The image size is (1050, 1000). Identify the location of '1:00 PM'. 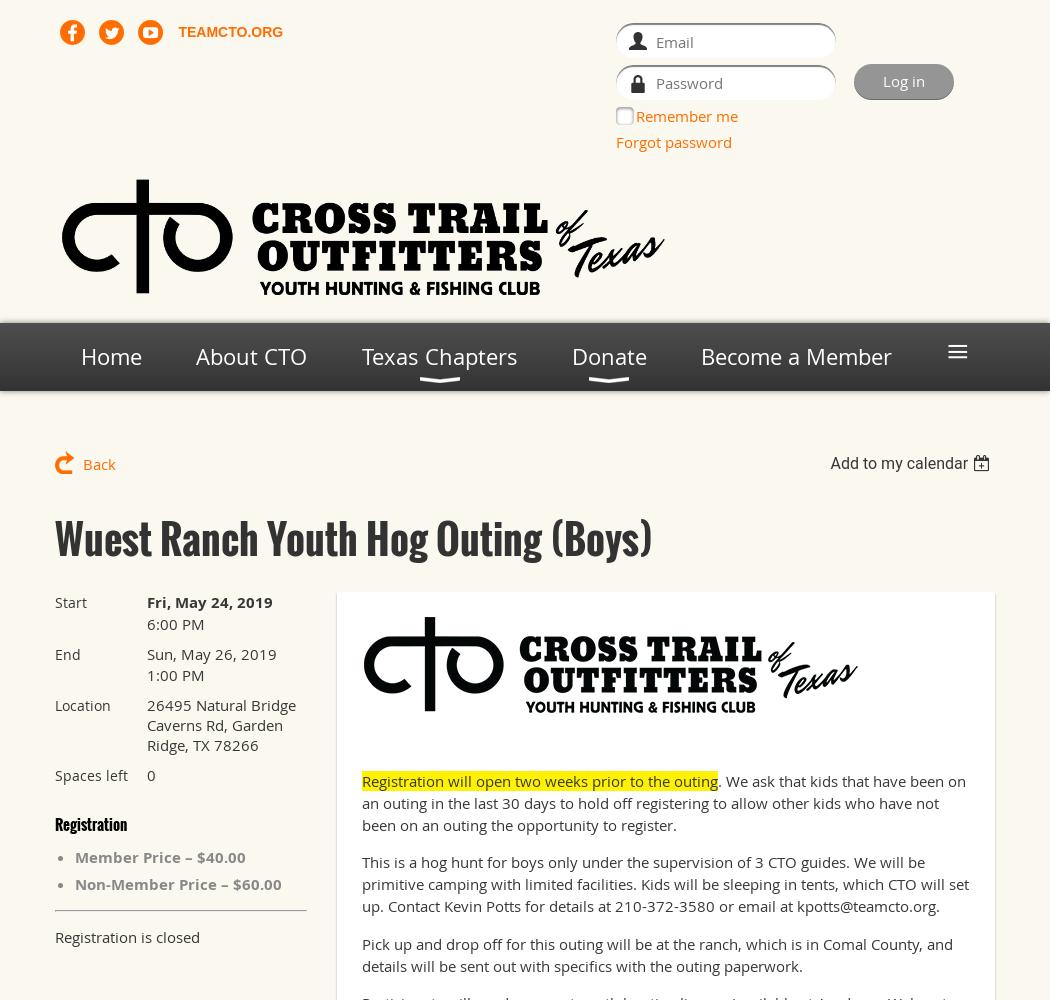
(175, 675).